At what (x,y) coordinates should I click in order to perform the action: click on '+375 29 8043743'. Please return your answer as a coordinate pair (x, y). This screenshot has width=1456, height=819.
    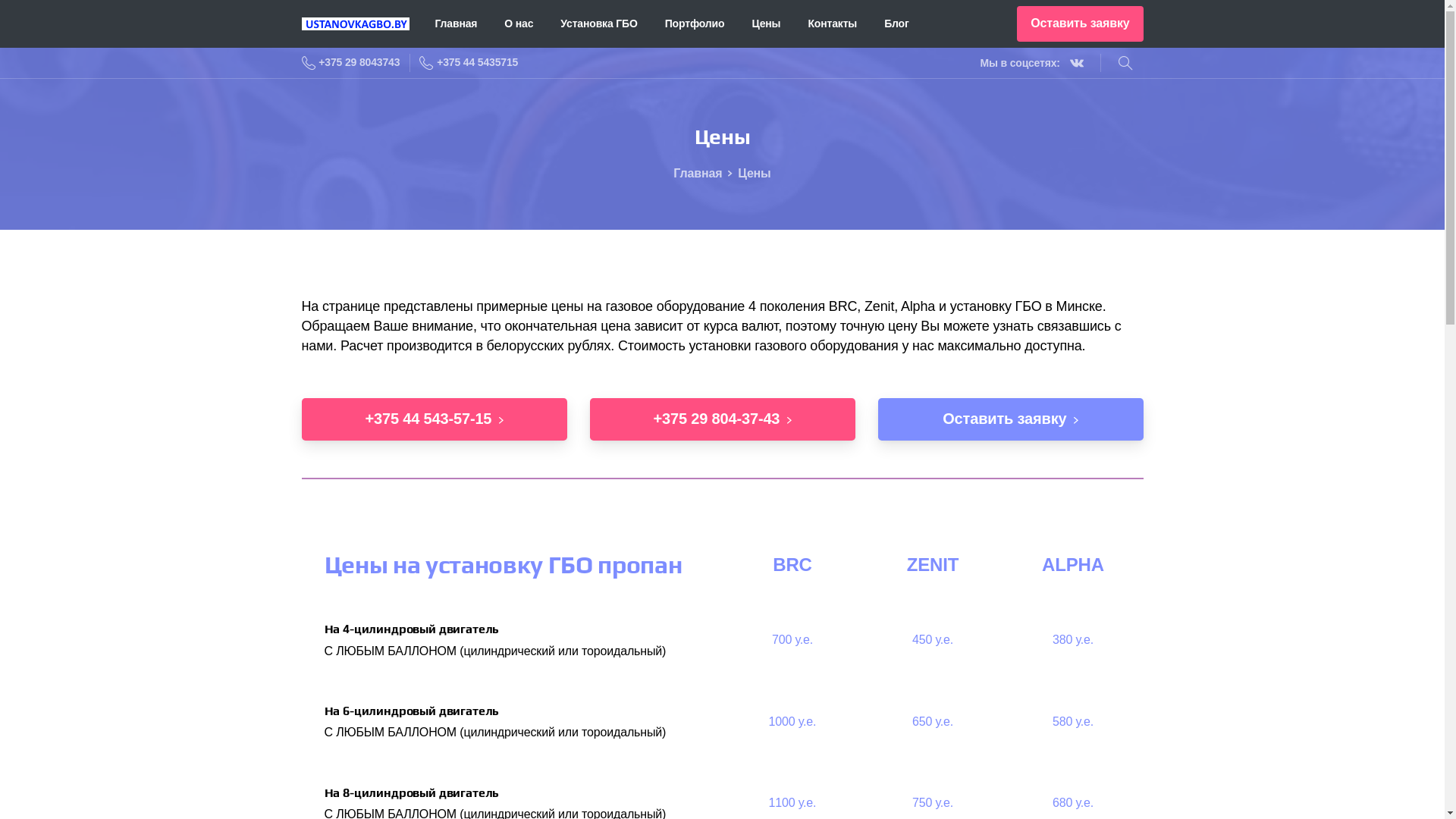
    Looking at the image, I should click on (302, 62).